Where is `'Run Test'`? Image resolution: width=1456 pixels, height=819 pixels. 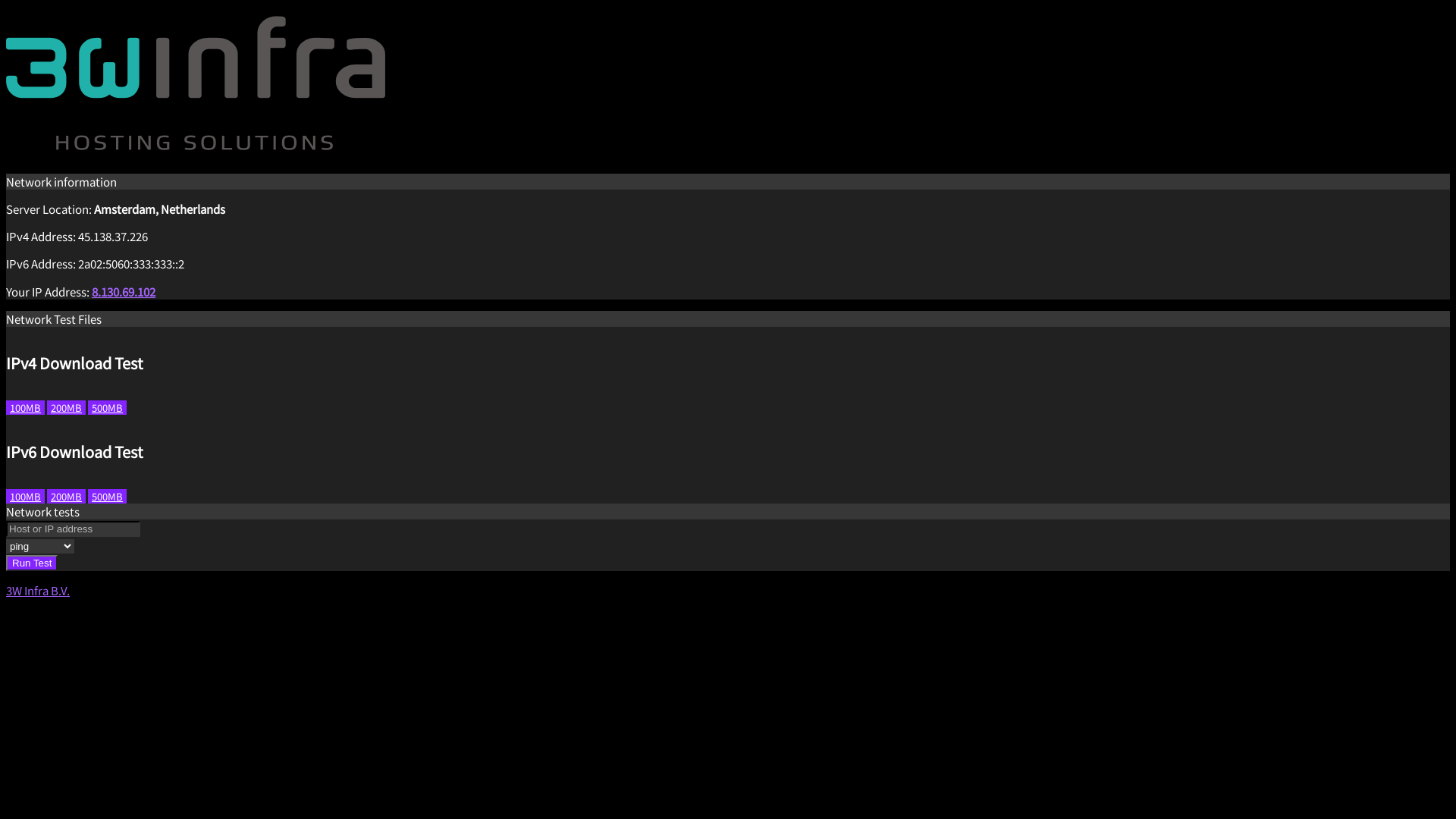 'Run Test' is located at coordinates (32, 563).